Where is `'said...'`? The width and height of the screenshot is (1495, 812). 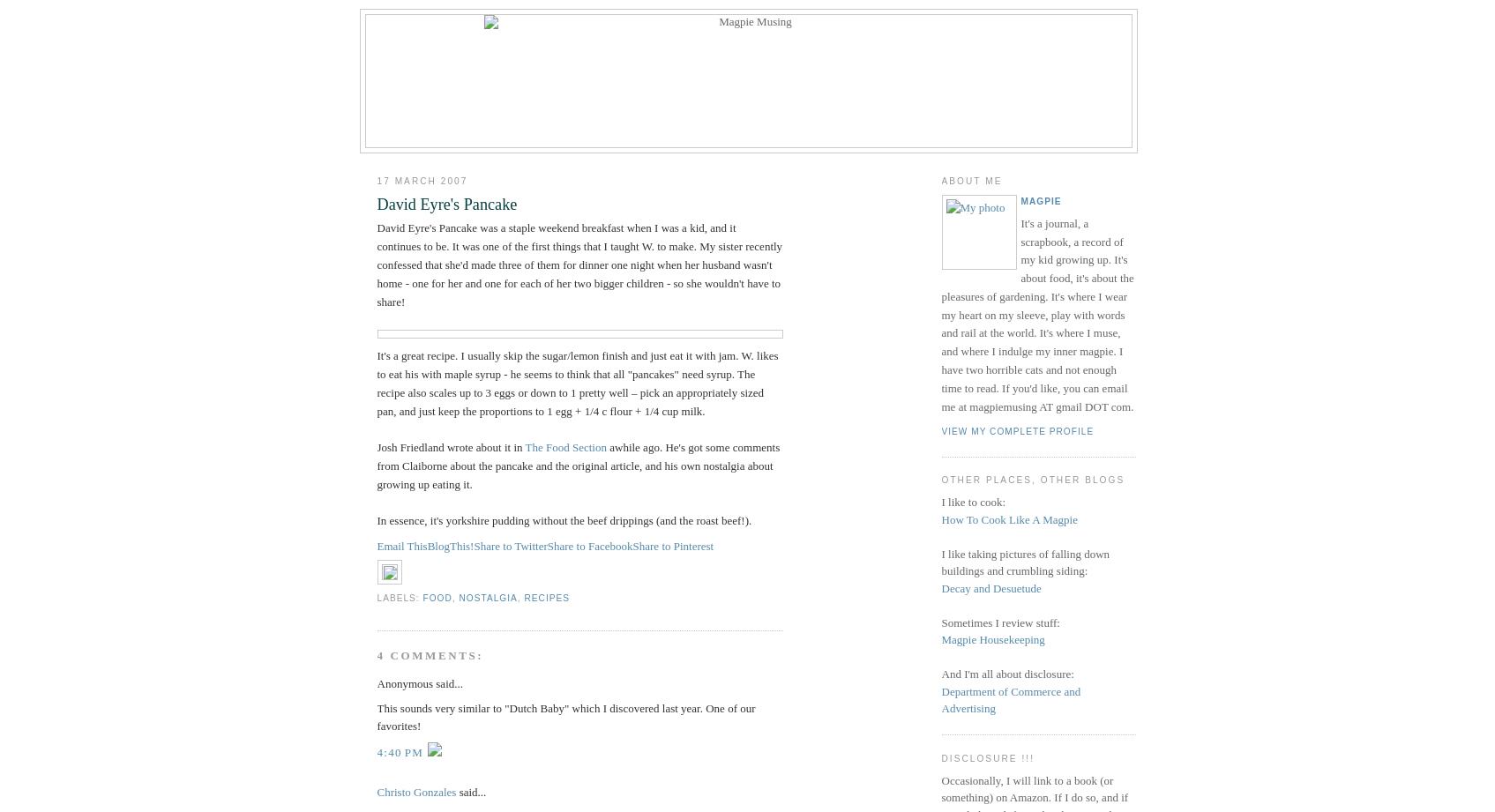 'said...' is located at coordinates (454, 790).